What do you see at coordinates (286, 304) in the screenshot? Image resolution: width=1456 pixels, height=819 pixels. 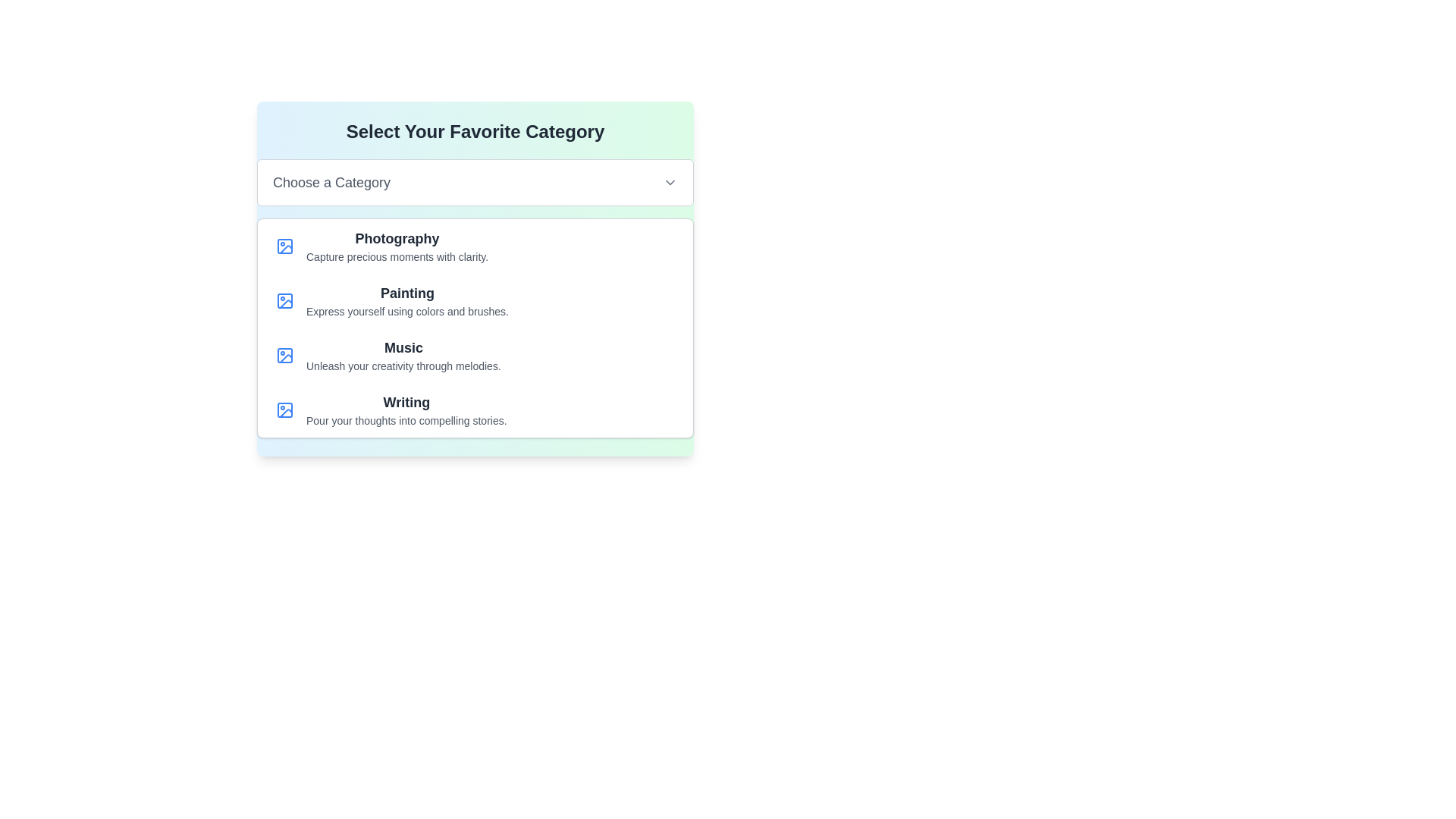 I see `graphical icon representing 'Painting', located to the left of the text in the second row of the item list` at bounding box center [286, 304].